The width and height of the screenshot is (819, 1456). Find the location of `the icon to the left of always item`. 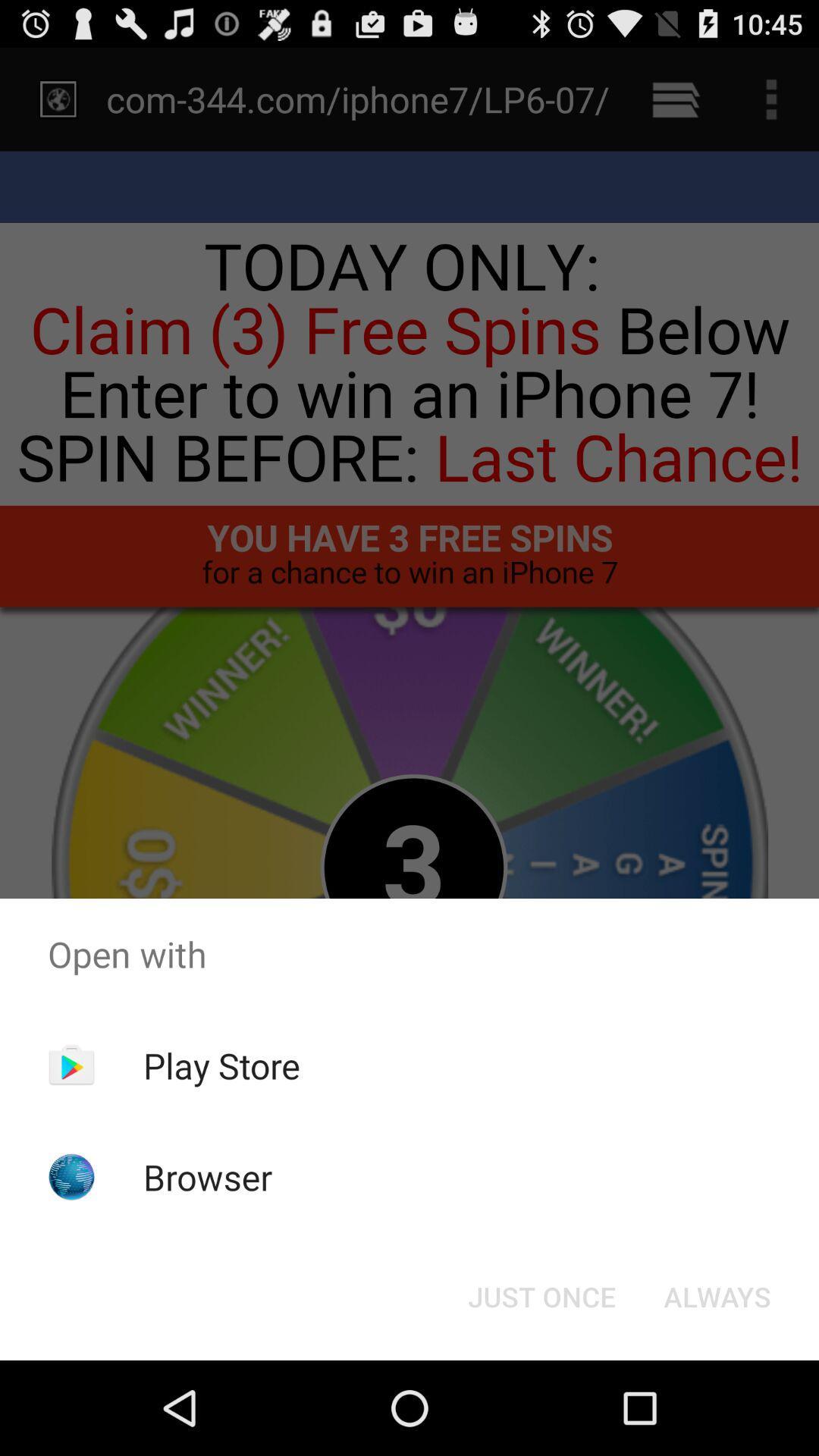

the icon to the left of always item is located at coordinates (541, 1295).